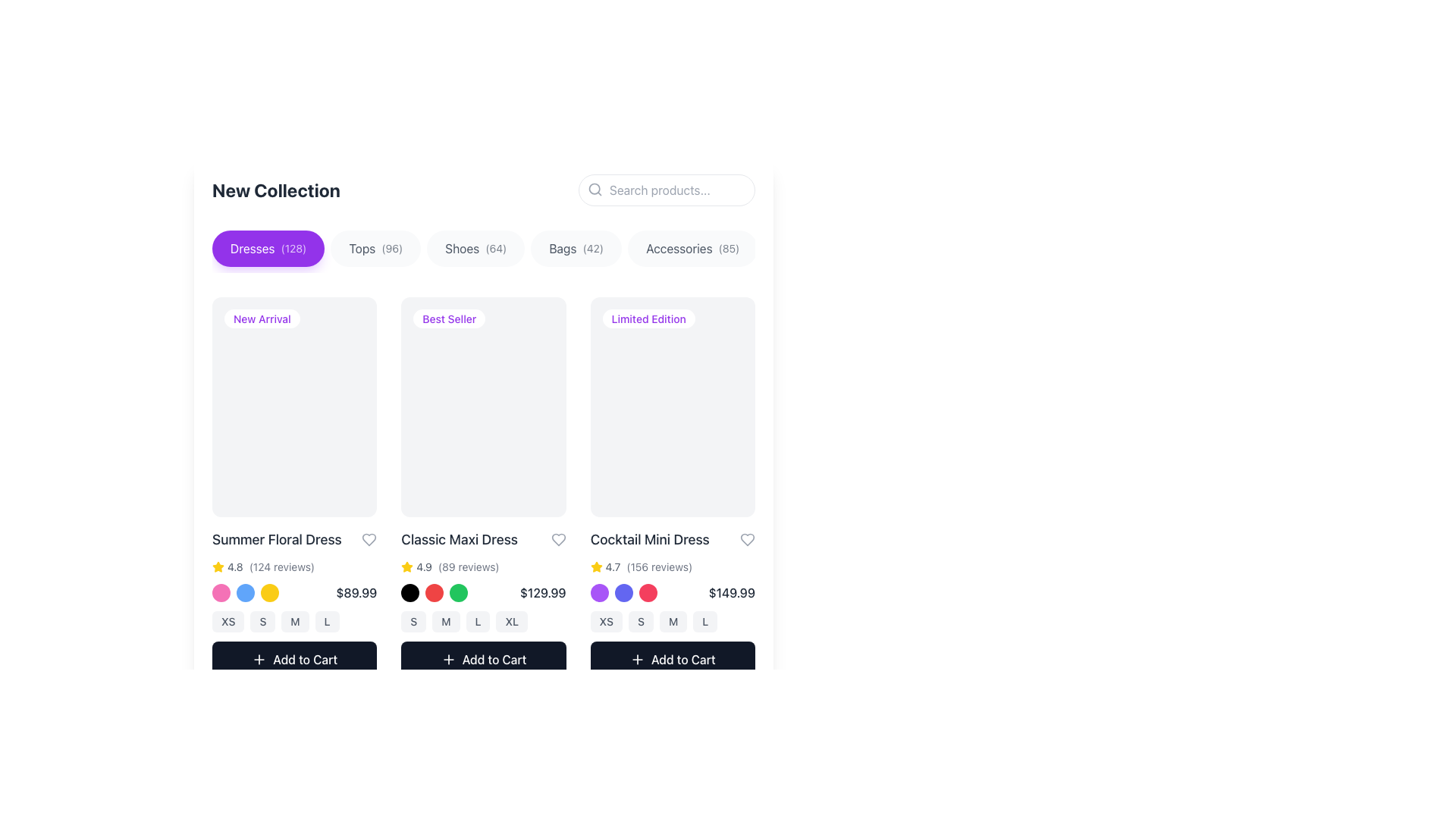 This screenshot has width=1456, height=819. I want to click on the text label displaying the value '4.7', which is styled in gray and positioned to the right of a star icon in the third product card for 'Cocktail Mini Dress', to potentially display additional information, so click(613, 566).